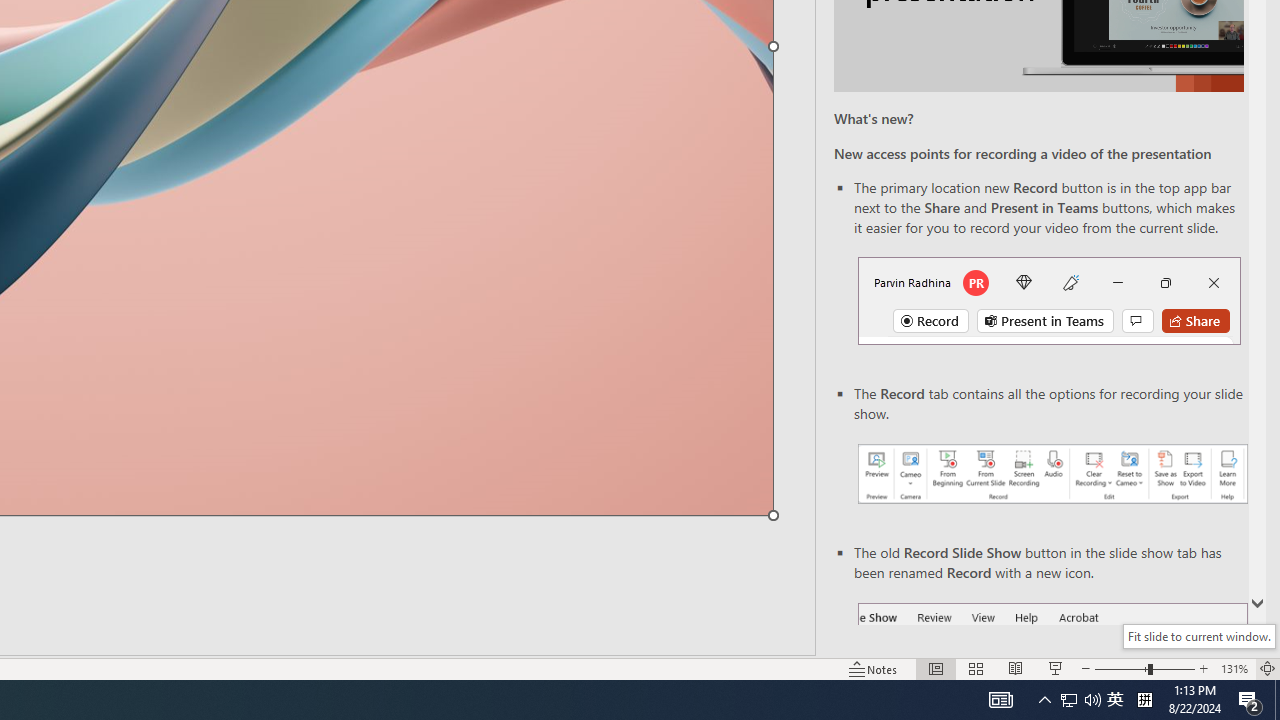 The height and width of the screenshot is (720, 1280). Describe the element at coordinates (1199, 636) in the screenshot. I see `'Fit slide to current window.'` at that location.